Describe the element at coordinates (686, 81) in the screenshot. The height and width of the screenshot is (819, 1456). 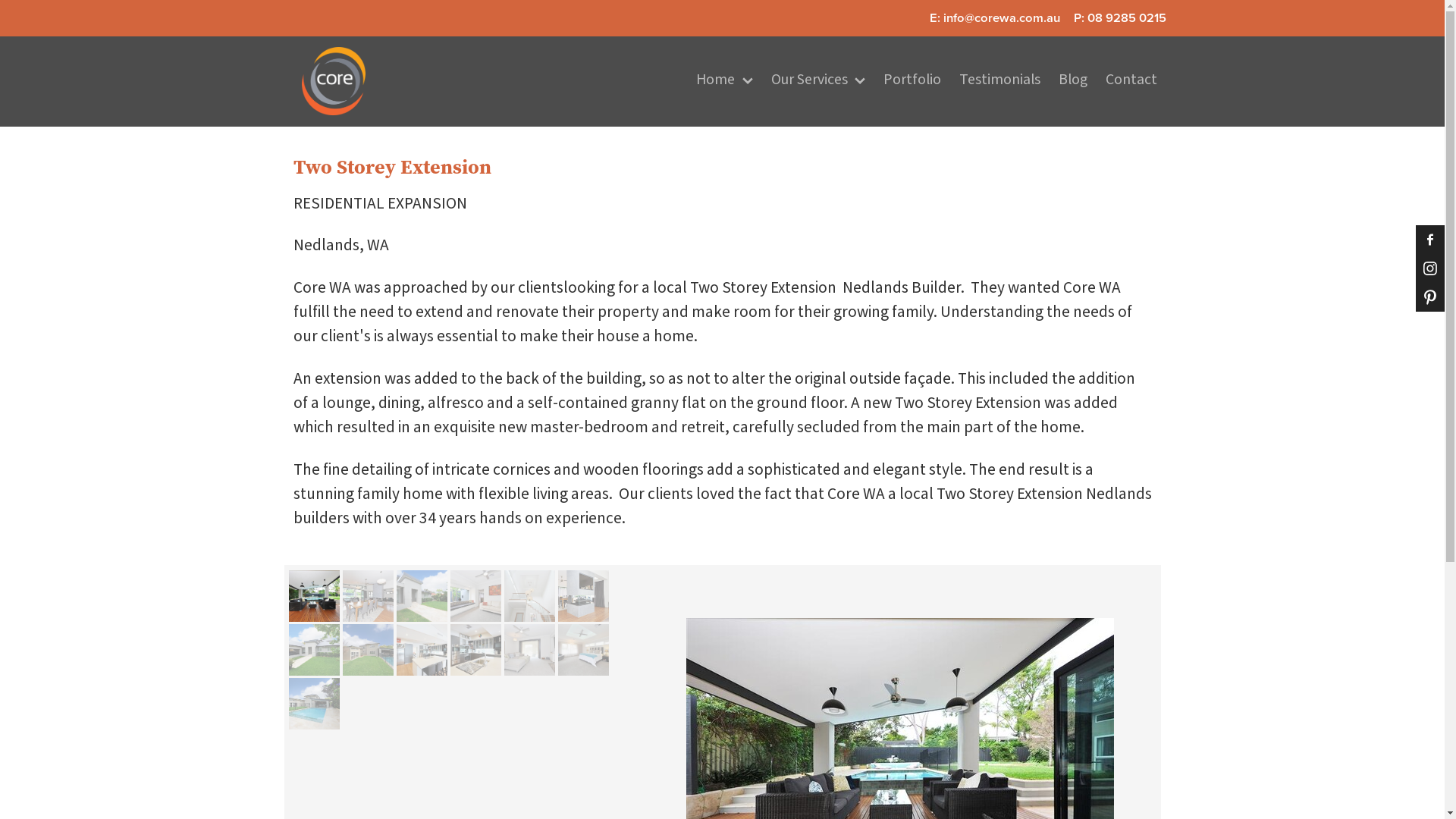
I see `'Home'` at that location.